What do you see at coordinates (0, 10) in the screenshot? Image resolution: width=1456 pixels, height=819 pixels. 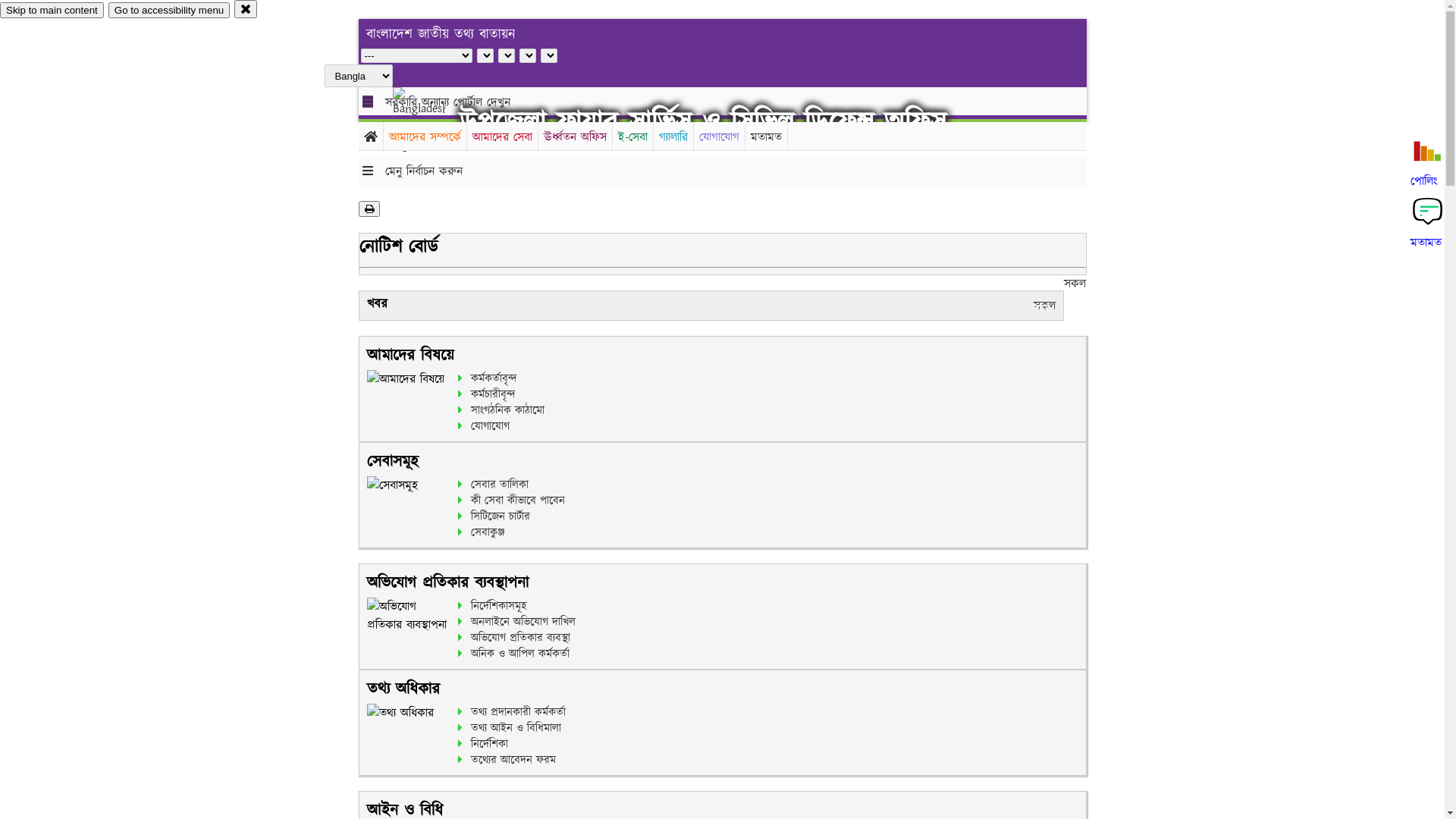 I see `'Skip to main content'` at bounding box center [0, 10].